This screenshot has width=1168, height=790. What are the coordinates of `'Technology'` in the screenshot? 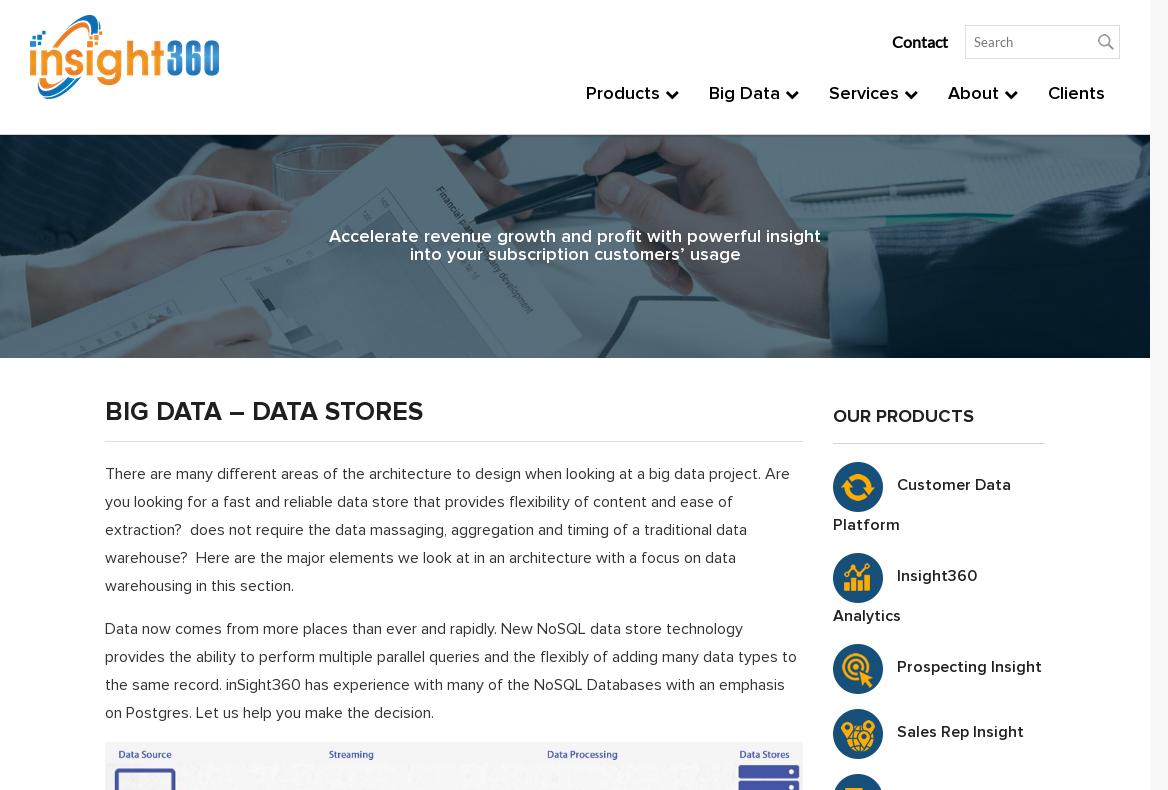 It's located at (989, 221).